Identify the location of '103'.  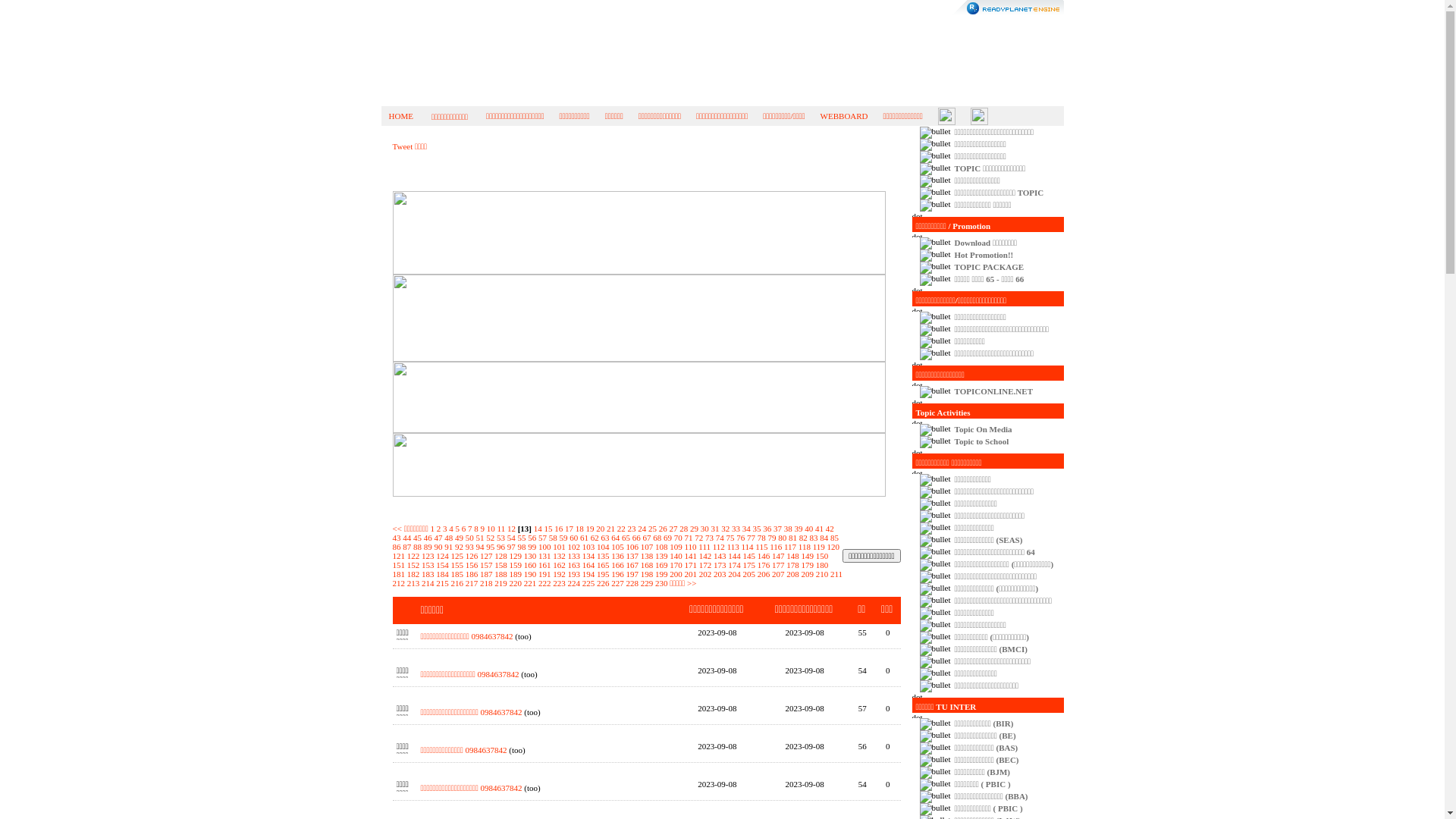
(588, 547).